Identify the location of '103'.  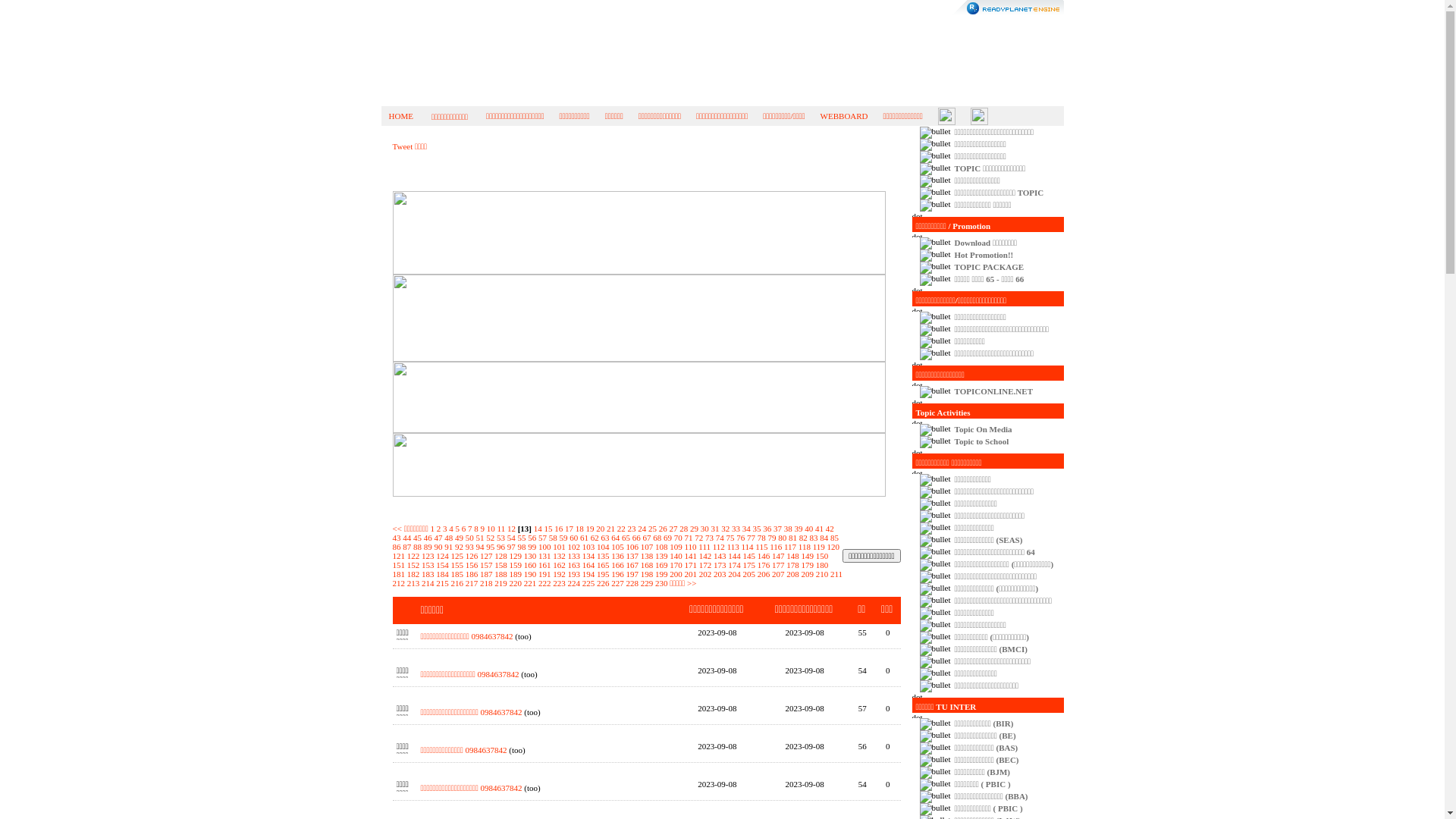
(588, 547).